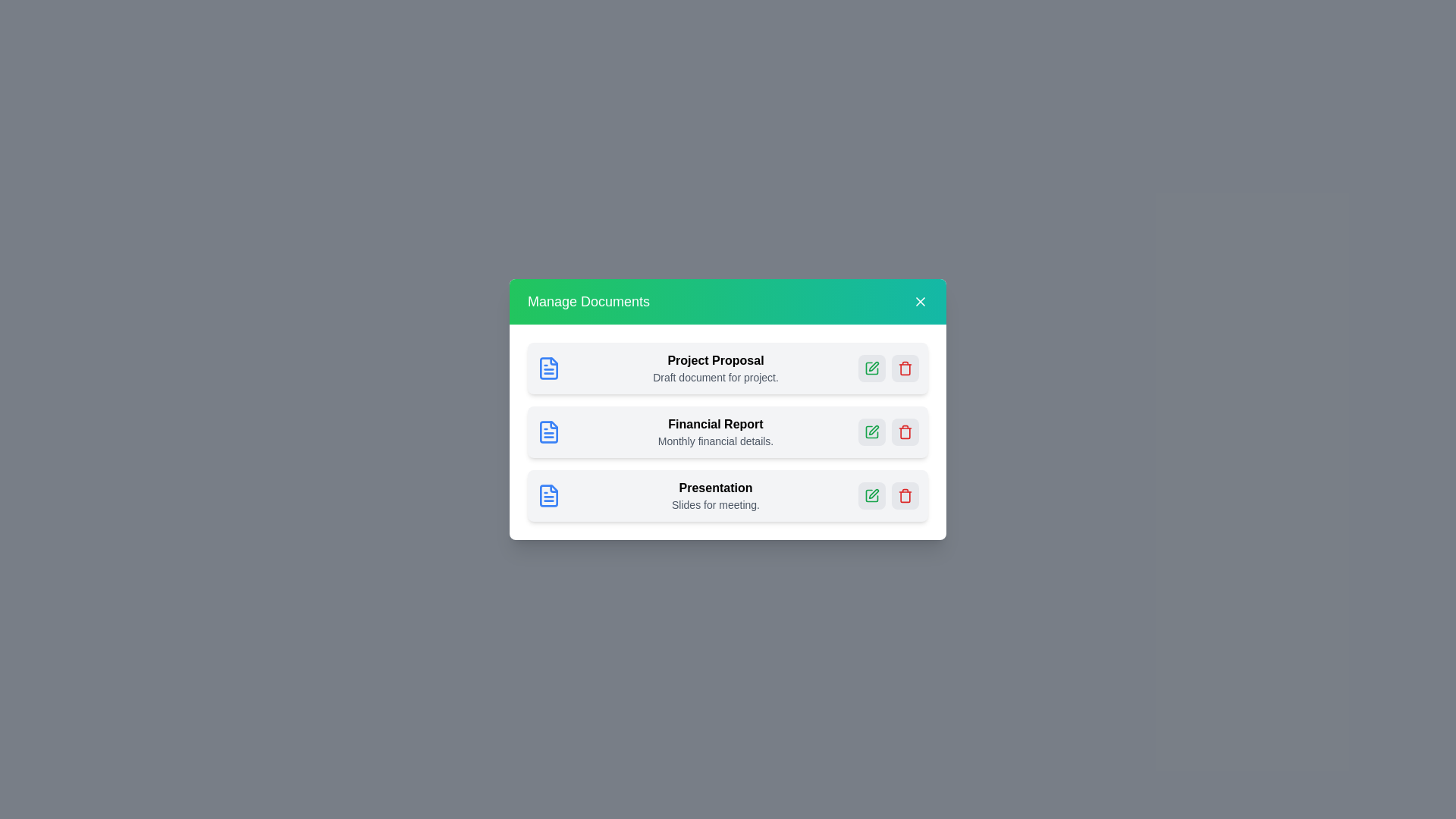 The image size is (1456, 819). I want to click on the close button in the dialog's header to close the dialog, so click(920, 301).